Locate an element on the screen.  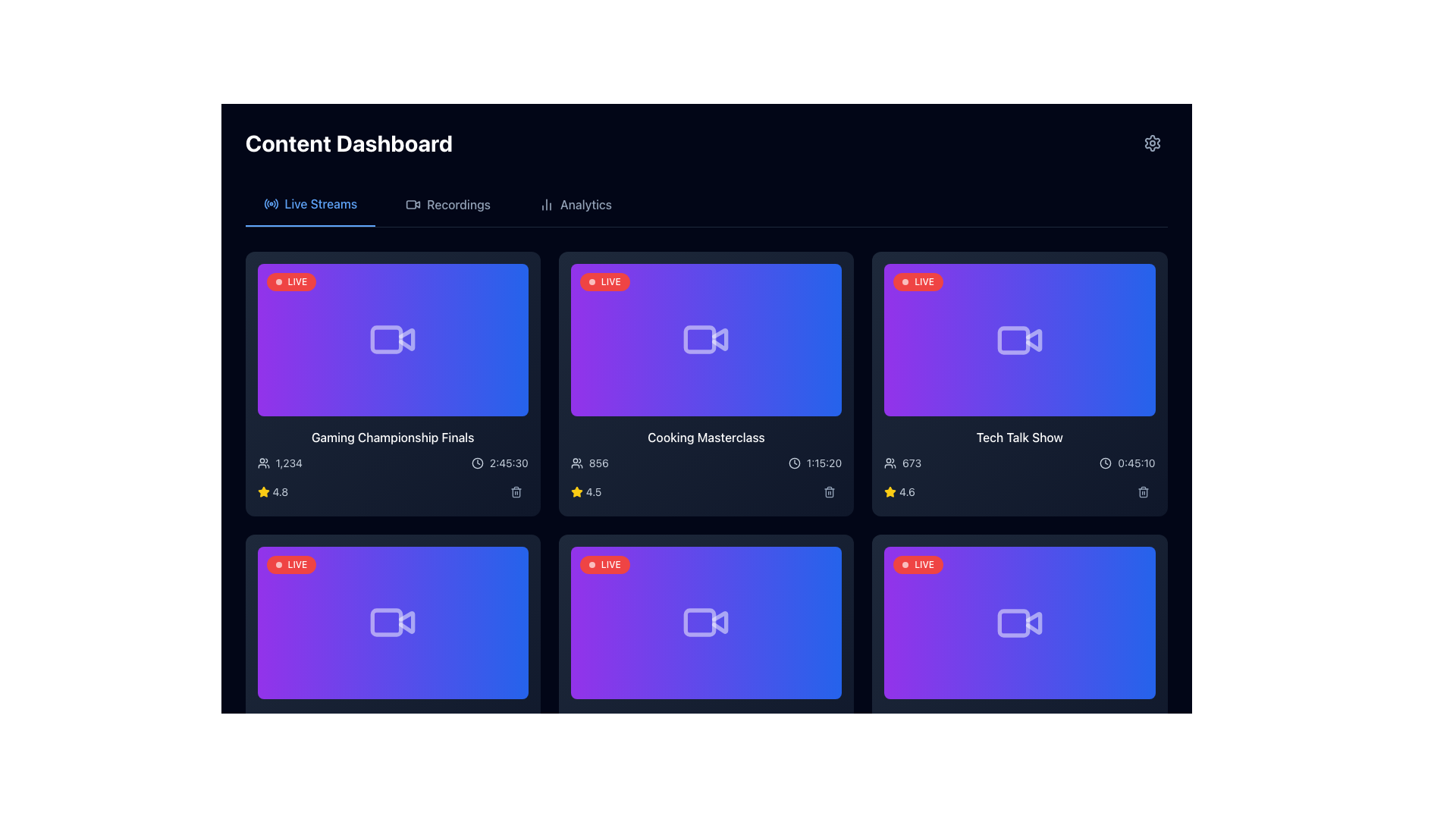
the text label displaying the rating '4.3' alongside the yellow star icon is located at coordinates (272, 775).